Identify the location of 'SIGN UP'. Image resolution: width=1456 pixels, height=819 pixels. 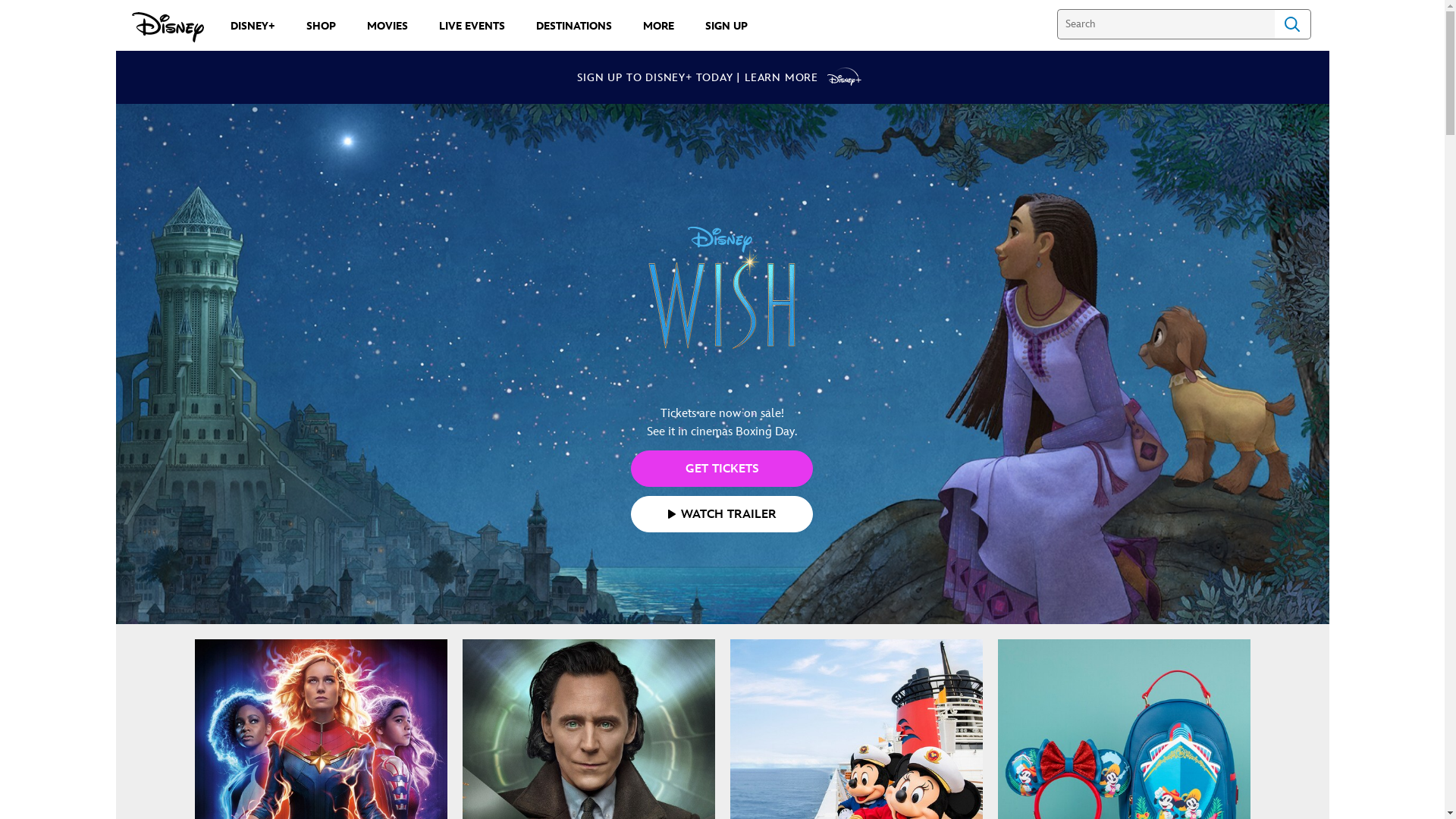
(695, 25).